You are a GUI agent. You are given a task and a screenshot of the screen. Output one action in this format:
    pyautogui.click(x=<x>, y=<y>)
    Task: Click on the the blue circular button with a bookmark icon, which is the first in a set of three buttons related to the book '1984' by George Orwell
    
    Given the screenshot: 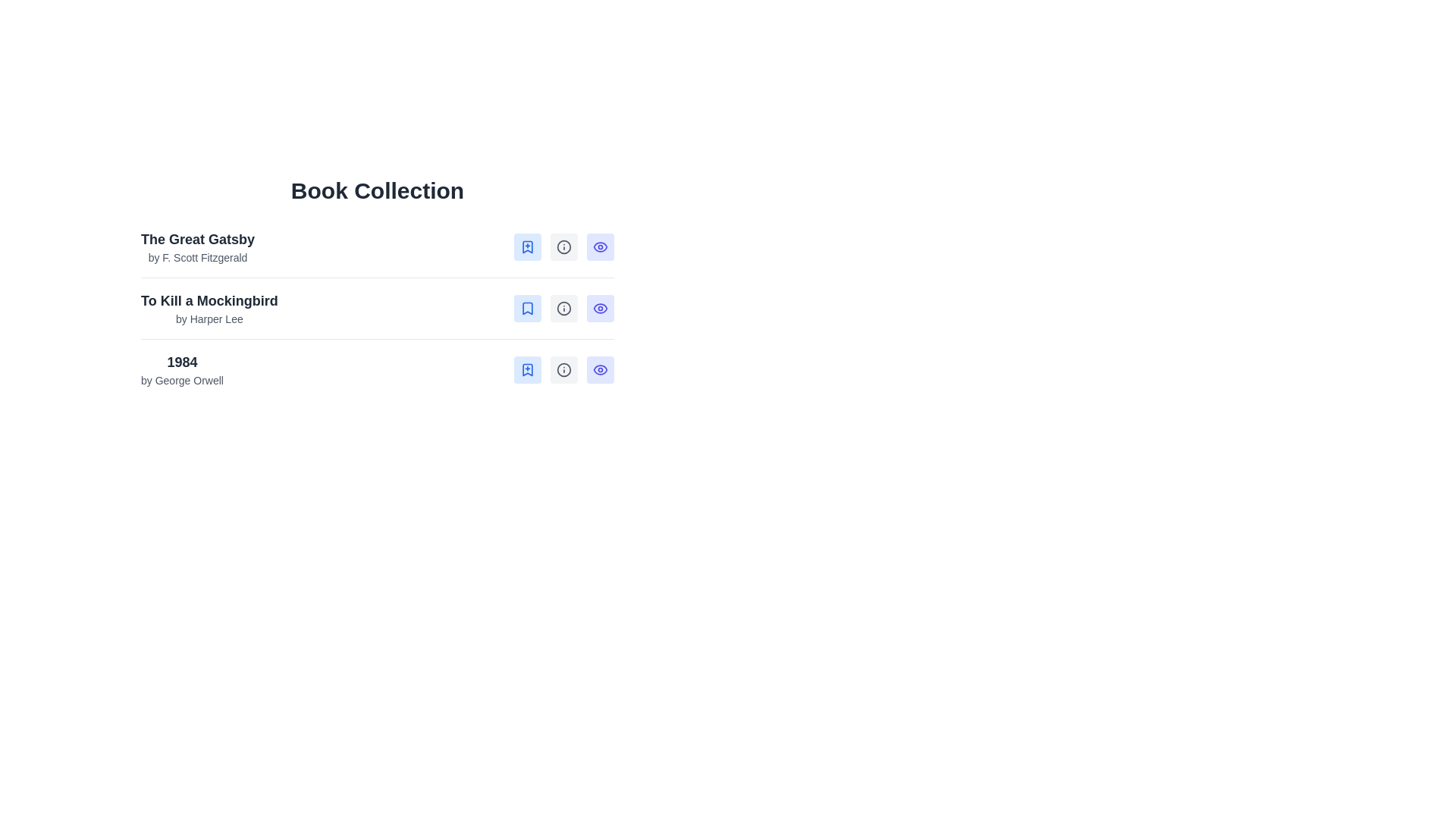 What is the action you would take?
    pyautogui.click(x=528, y=370)
    